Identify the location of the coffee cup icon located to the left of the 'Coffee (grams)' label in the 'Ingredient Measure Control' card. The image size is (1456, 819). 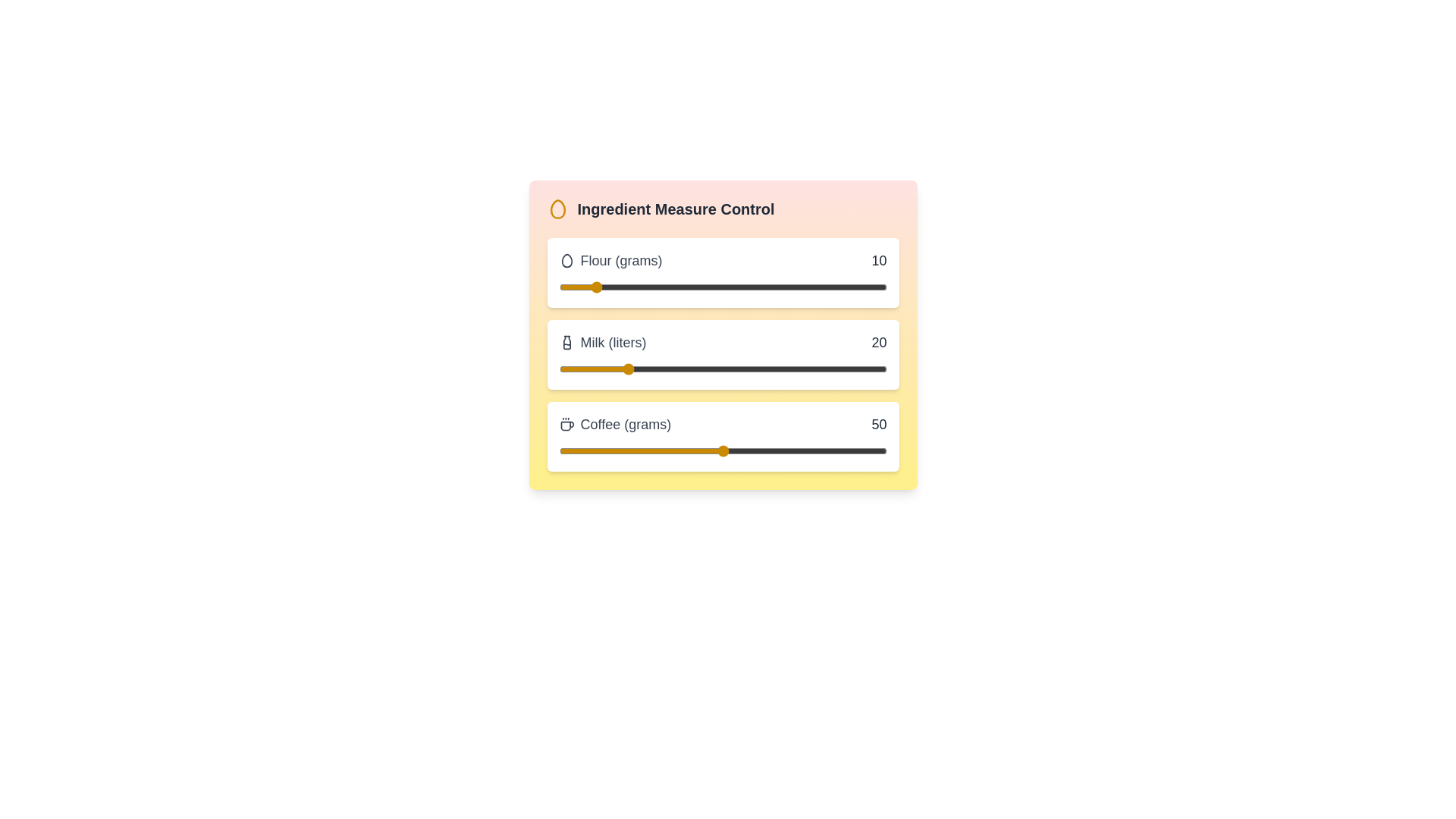
(566, 424).